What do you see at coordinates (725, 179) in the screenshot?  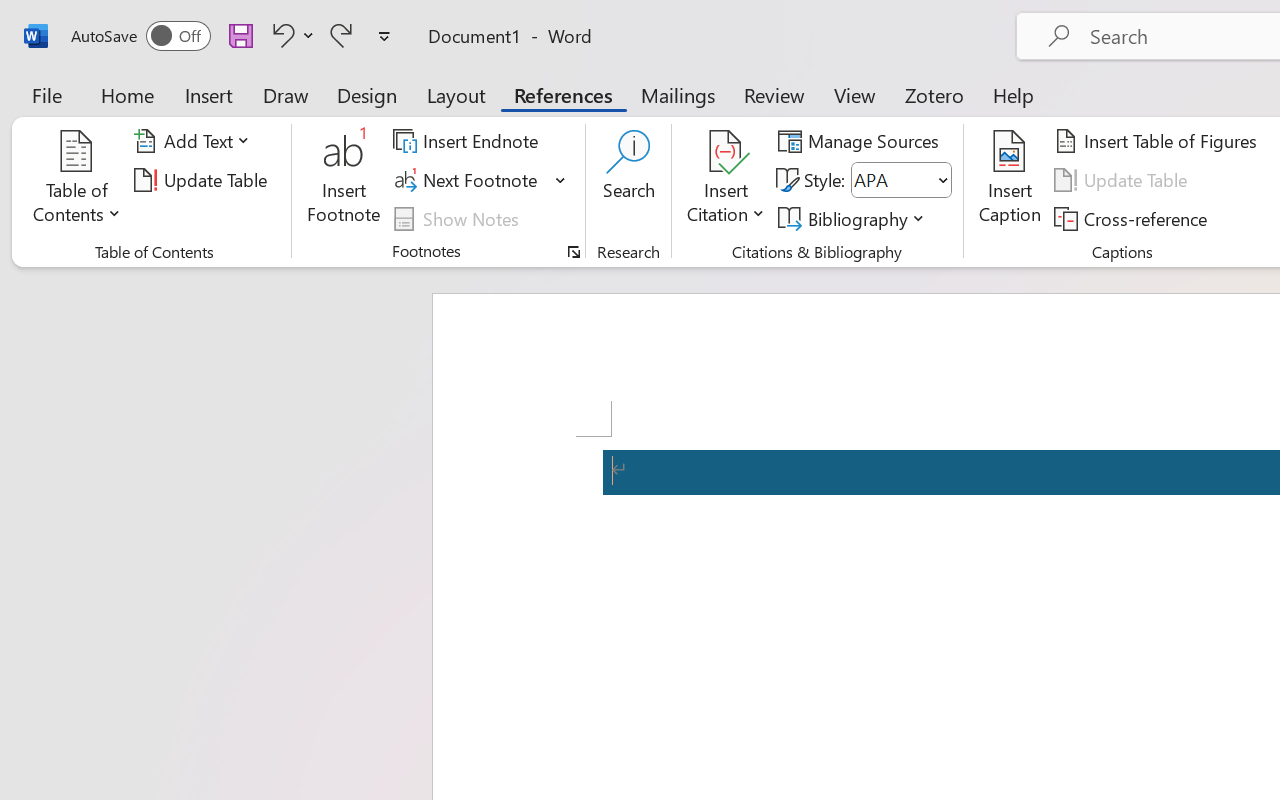 I see `'Insert Citation'` at bounding box center [725, 179].